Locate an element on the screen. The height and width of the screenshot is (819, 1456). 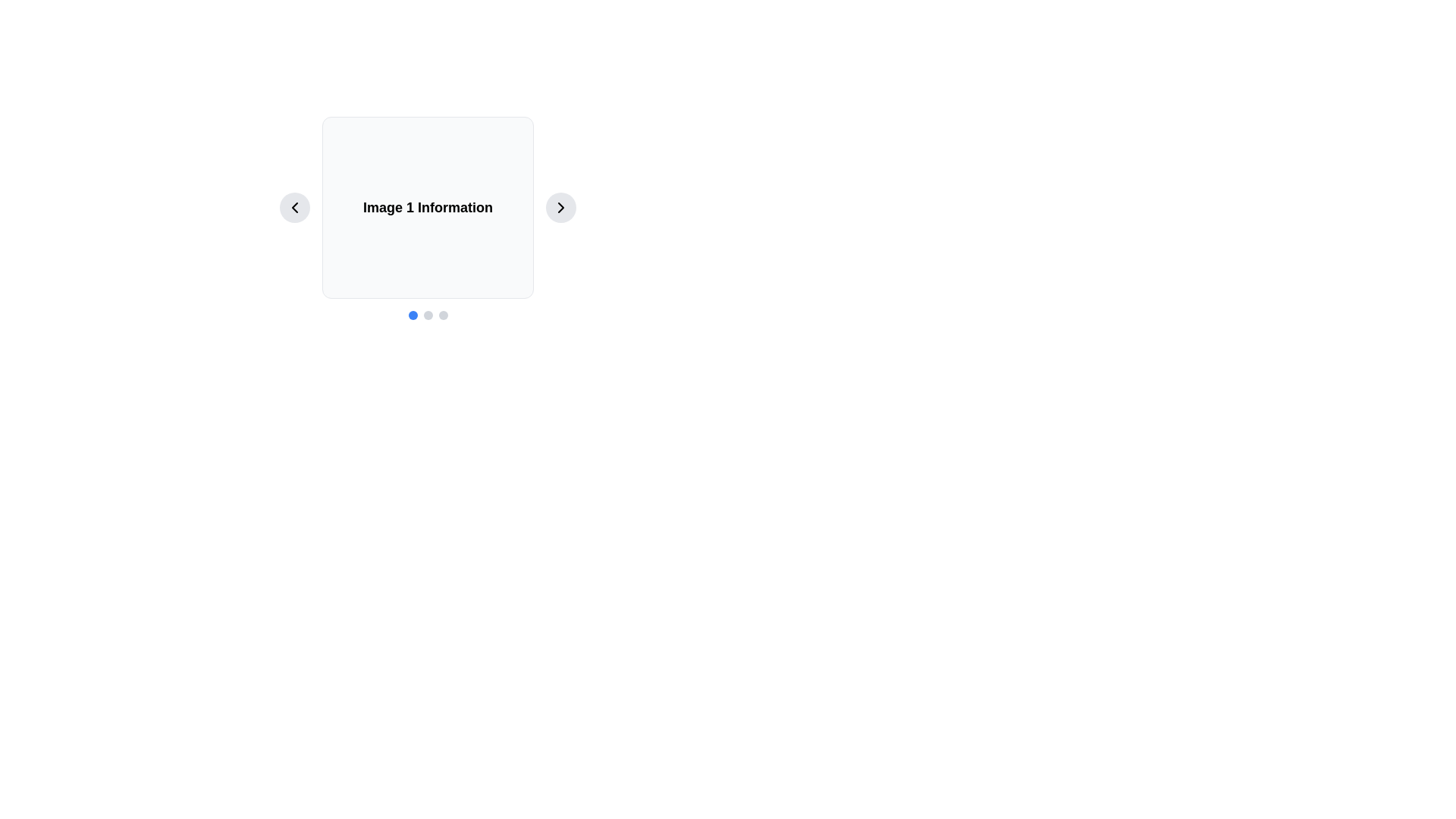
the right navigation icon of the carousel, which symbolizes the action of navigating to the next item in the slideshow is located at coordinates (560, 207).